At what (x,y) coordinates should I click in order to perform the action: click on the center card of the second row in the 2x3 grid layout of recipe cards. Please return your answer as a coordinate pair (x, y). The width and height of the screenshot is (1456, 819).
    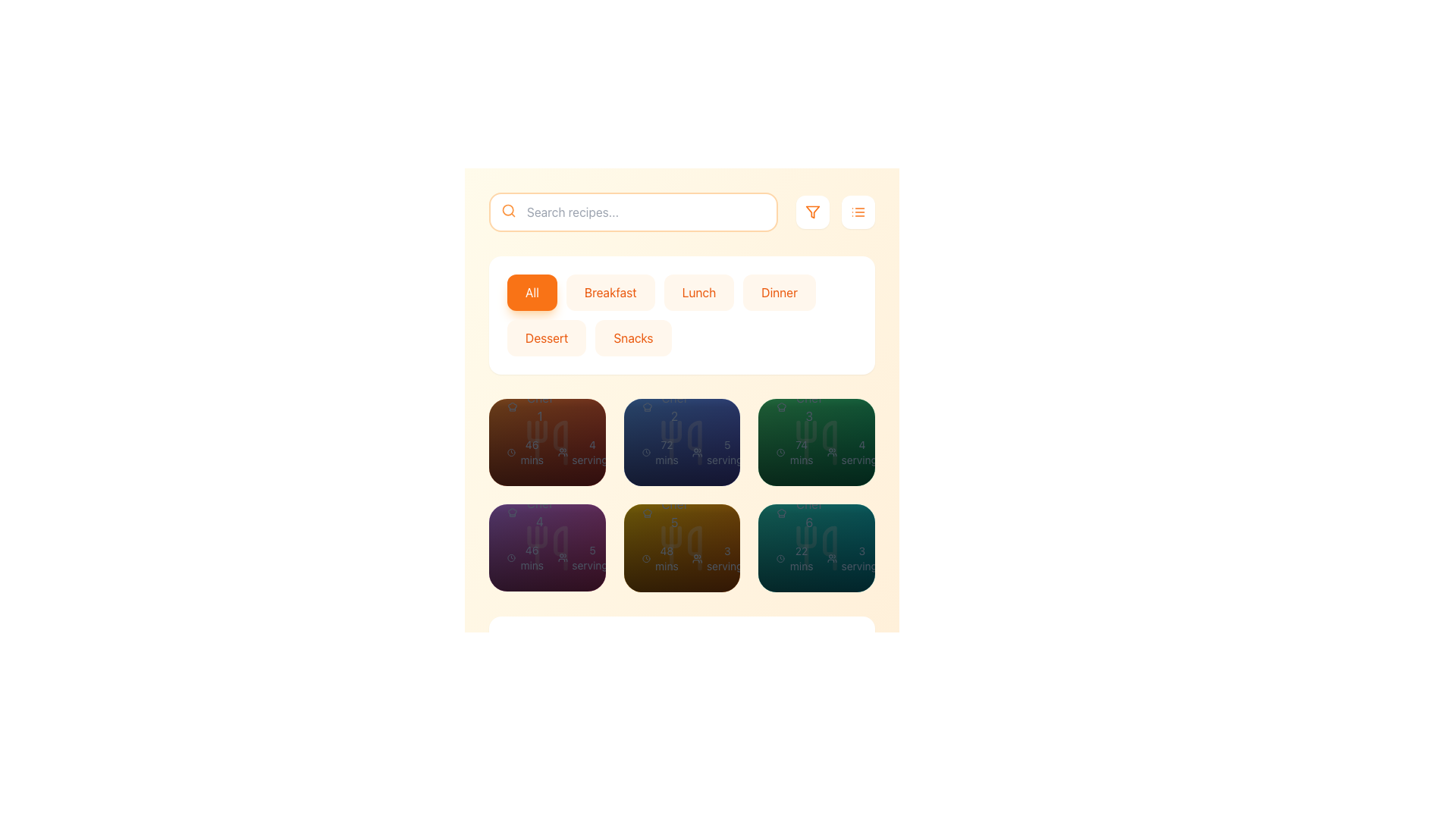
    Looking at the image, I should click on (681, 495).